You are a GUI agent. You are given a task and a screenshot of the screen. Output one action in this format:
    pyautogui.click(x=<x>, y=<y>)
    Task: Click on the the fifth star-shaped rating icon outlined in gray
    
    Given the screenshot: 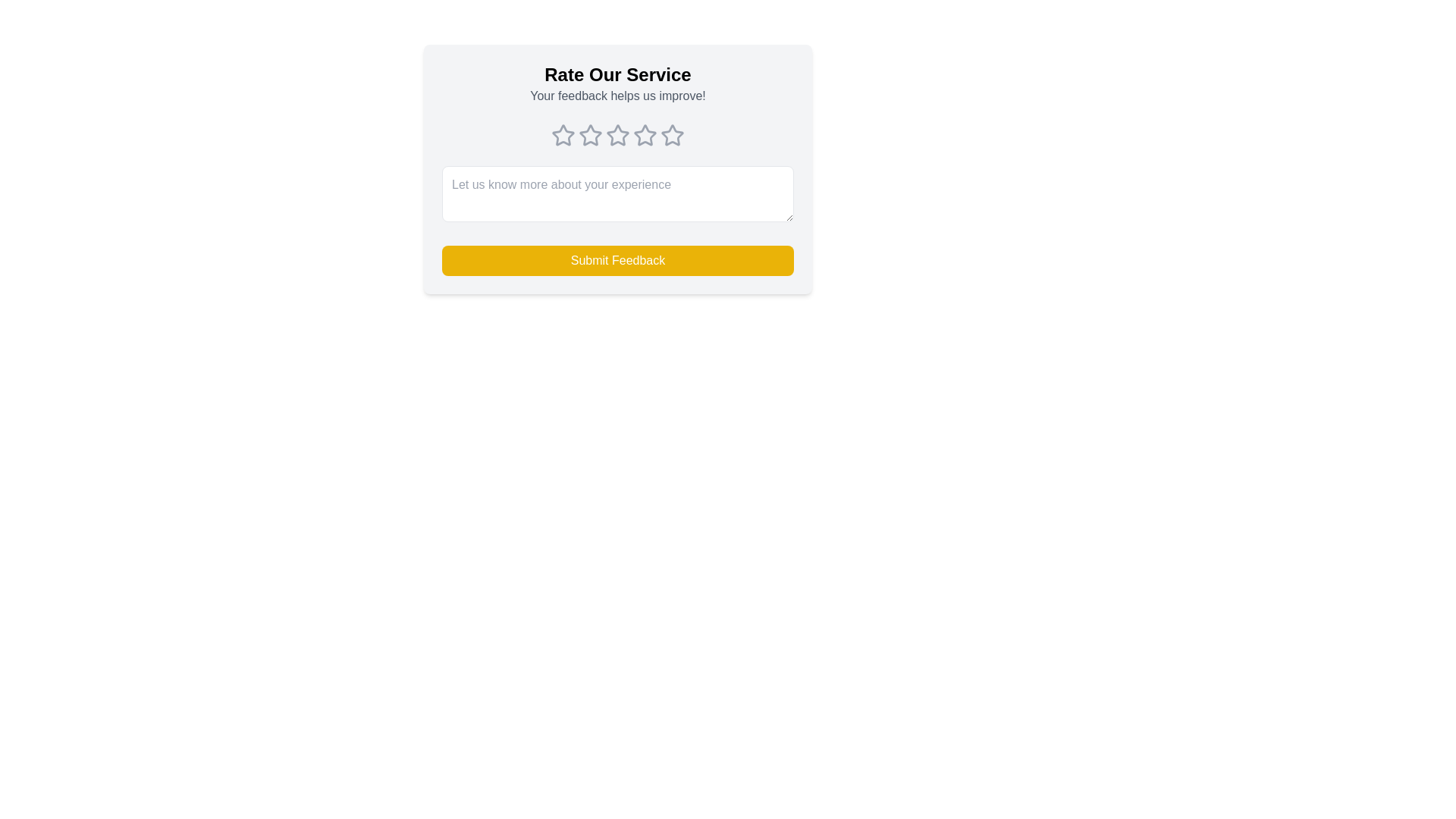 What is the action you would take?
    pyautogui.click(x=672, y=134)
    